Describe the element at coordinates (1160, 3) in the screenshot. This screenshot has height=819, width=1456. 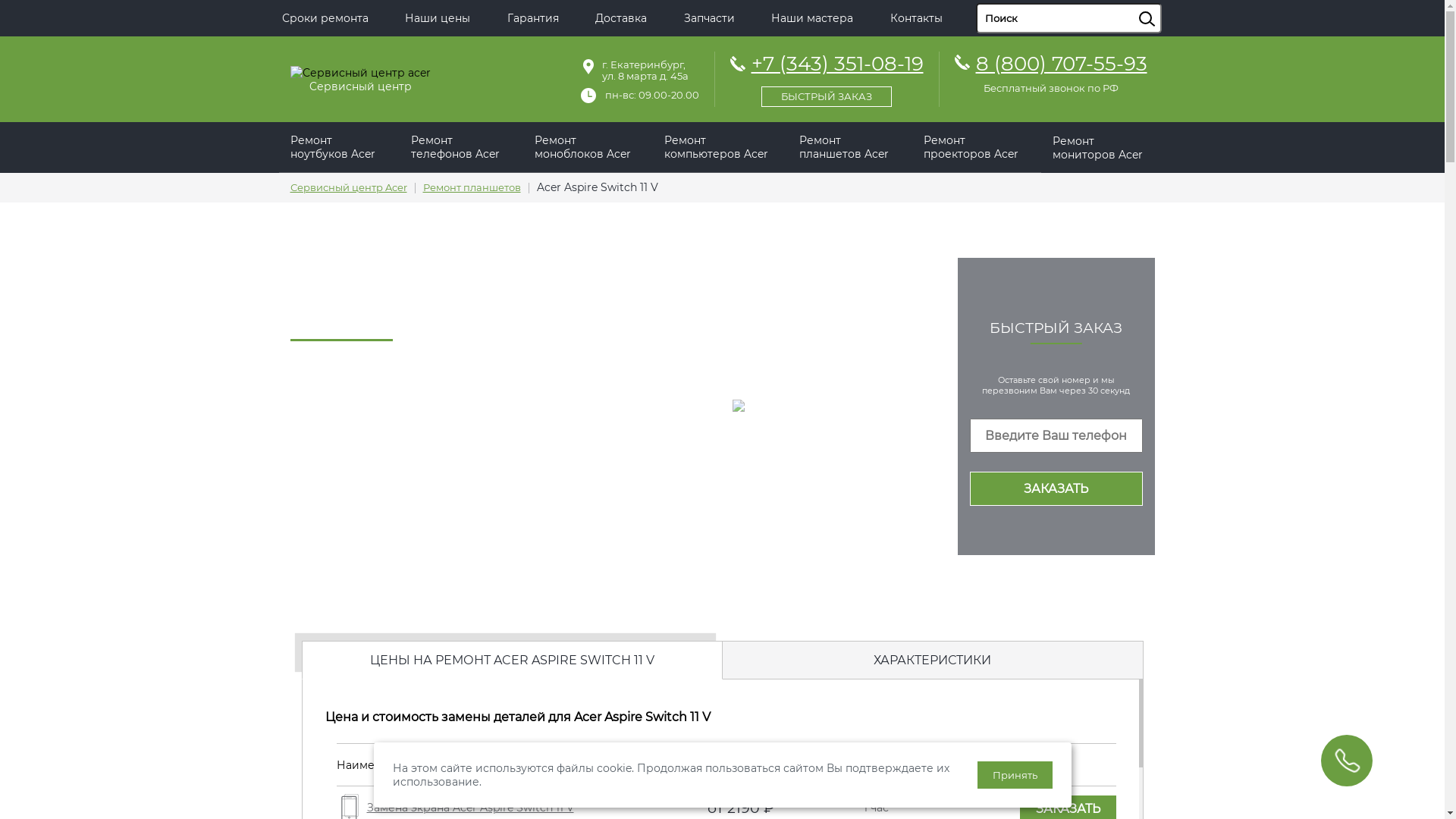
I see `'sisea.search'` at that location.